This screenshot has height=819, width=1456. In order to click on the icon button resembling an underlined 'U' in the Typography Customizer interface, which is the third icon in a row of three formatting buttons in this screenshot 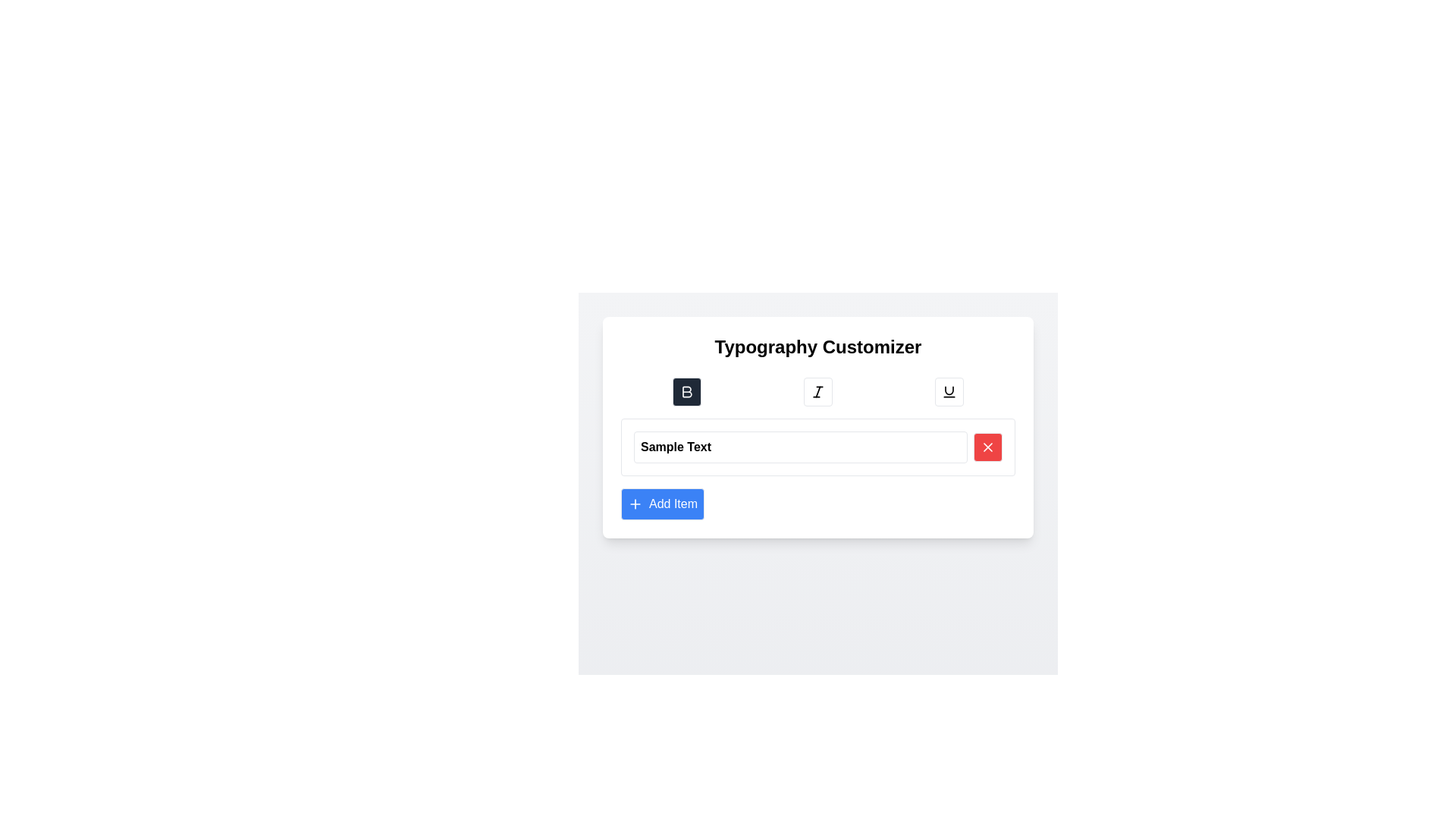, I will do `click(949, 391)`.